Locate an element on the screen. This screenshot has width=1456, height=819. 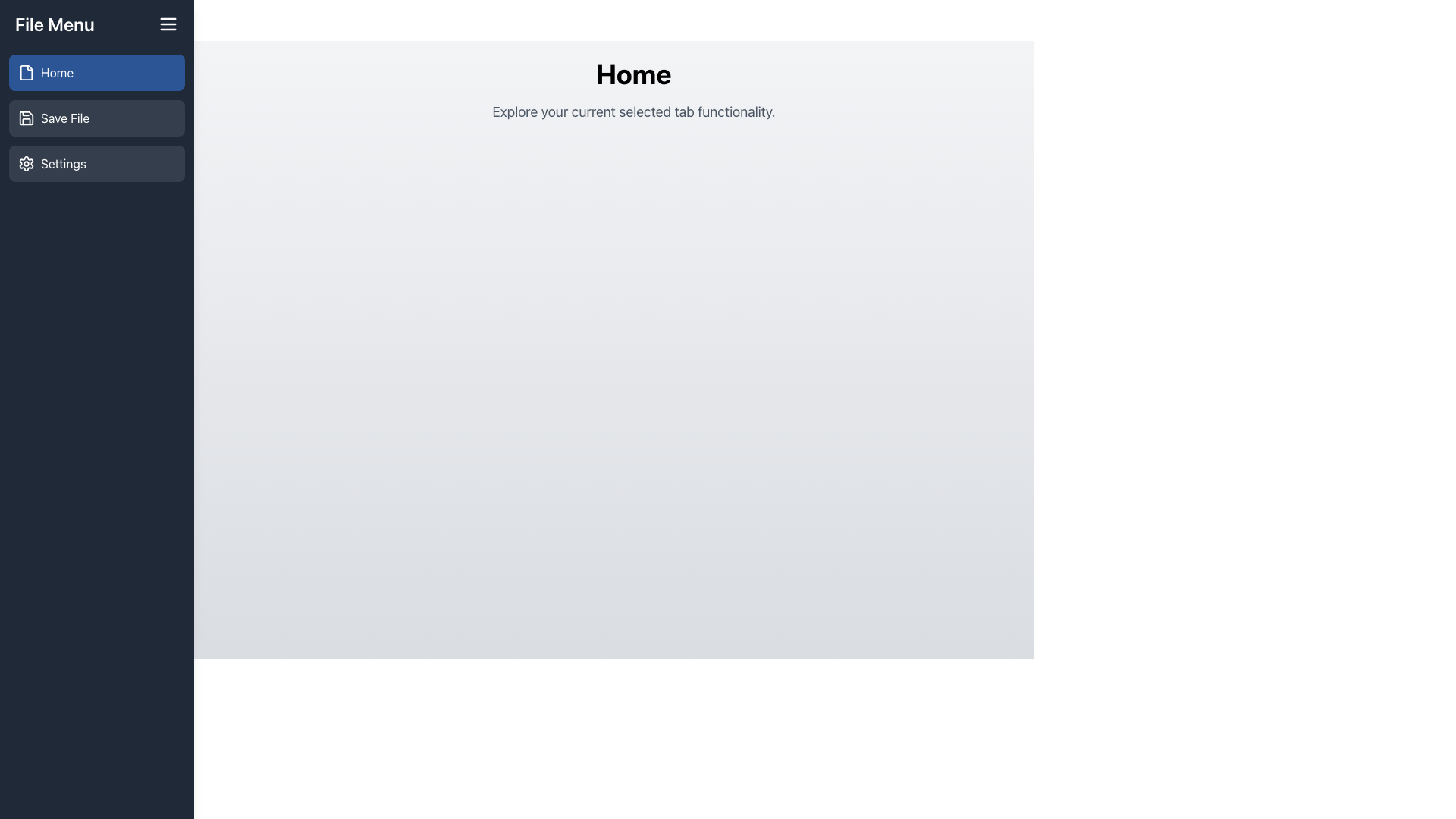
the descriptive message element located below the 'Home' heading, which indicates the current functionality of the active tab is located at coordinates (633, 111).